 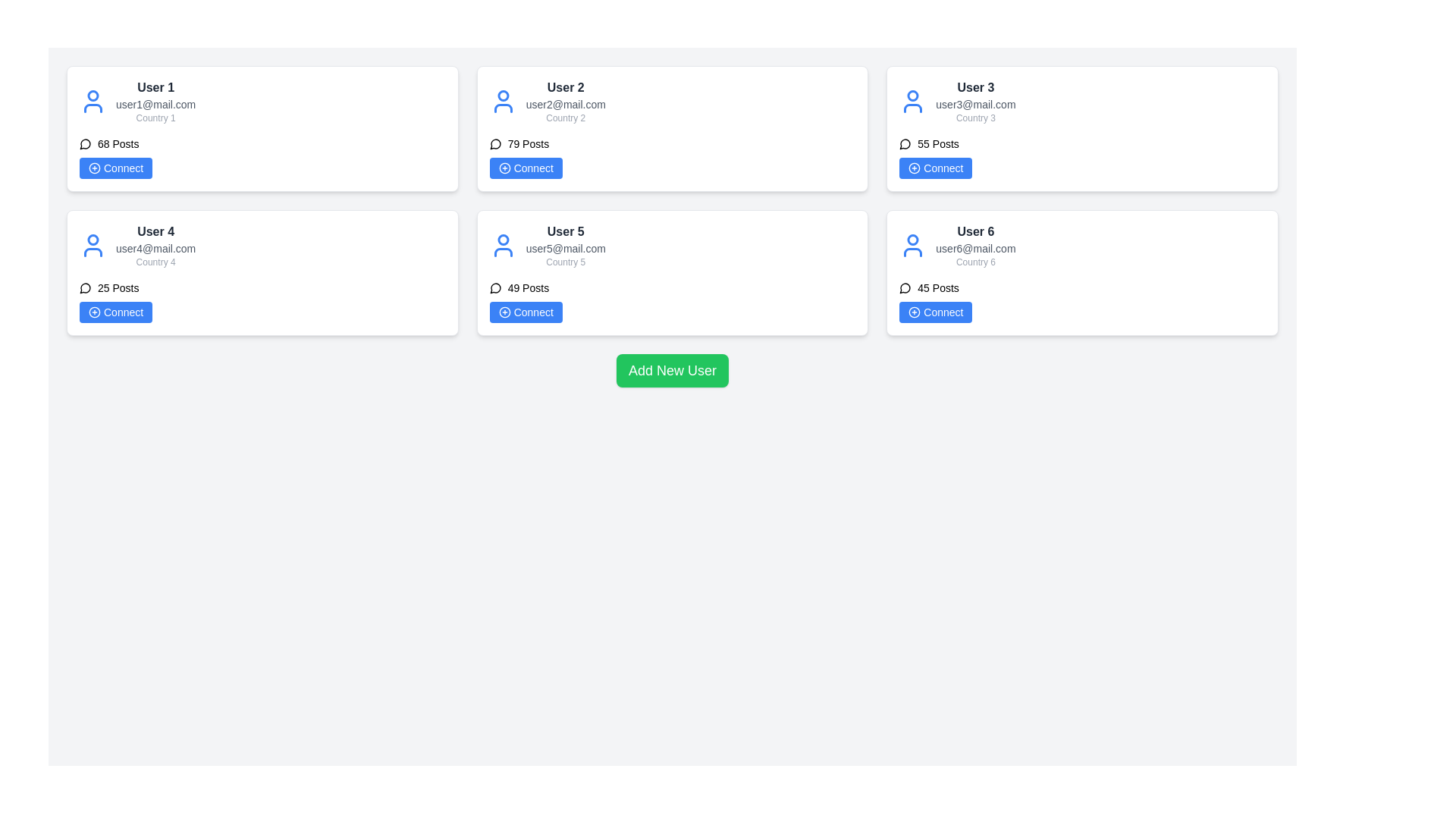 I want to click on the 'User 4' label, which is styled in bold dark gray and is located in the lower-left region of the interface within its user card, so click(x=155, y=231).